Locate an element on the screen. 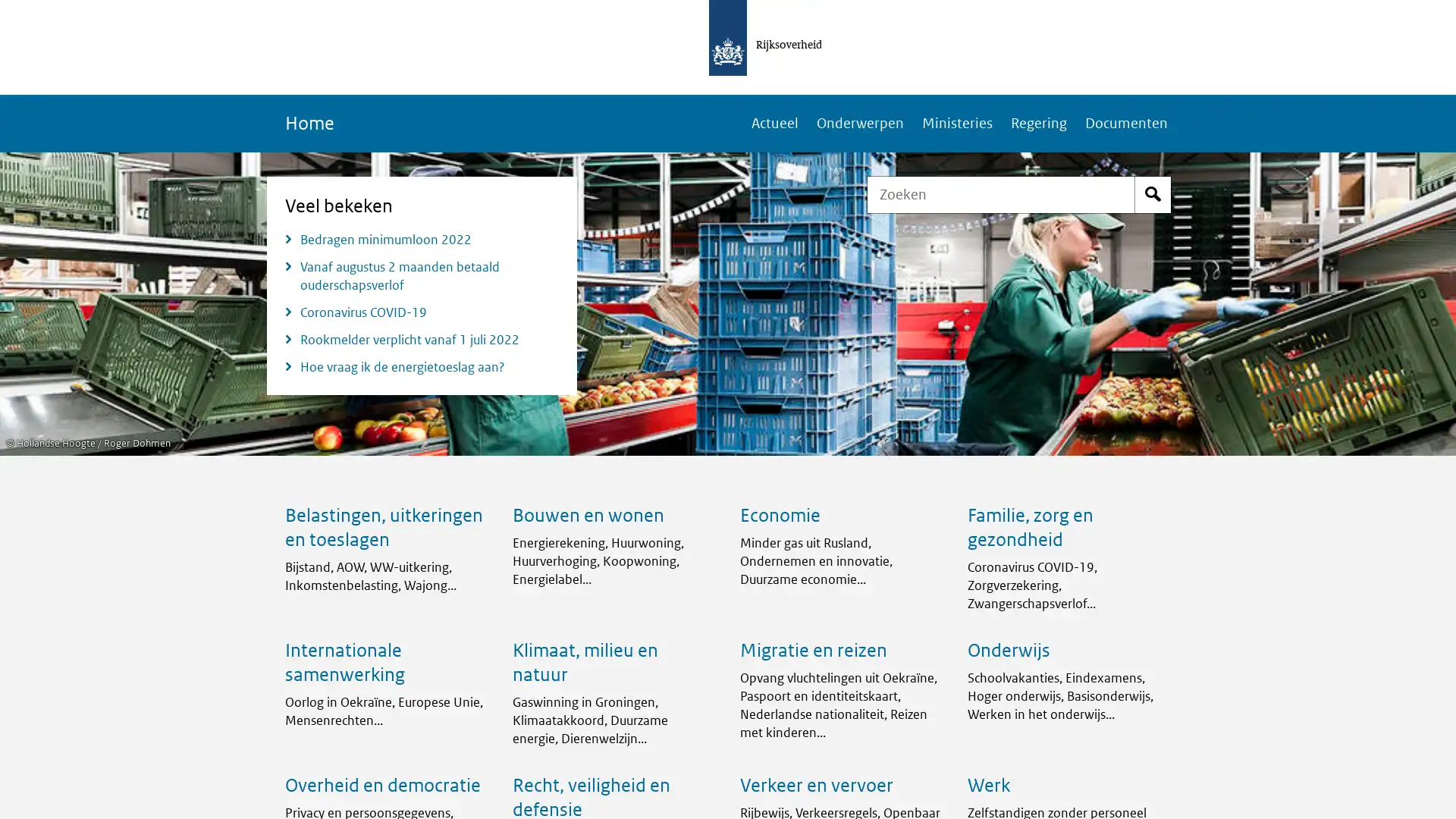 This screenshot has width=1456, height=819. Start zoeken is located at coordinates (1153, 194).